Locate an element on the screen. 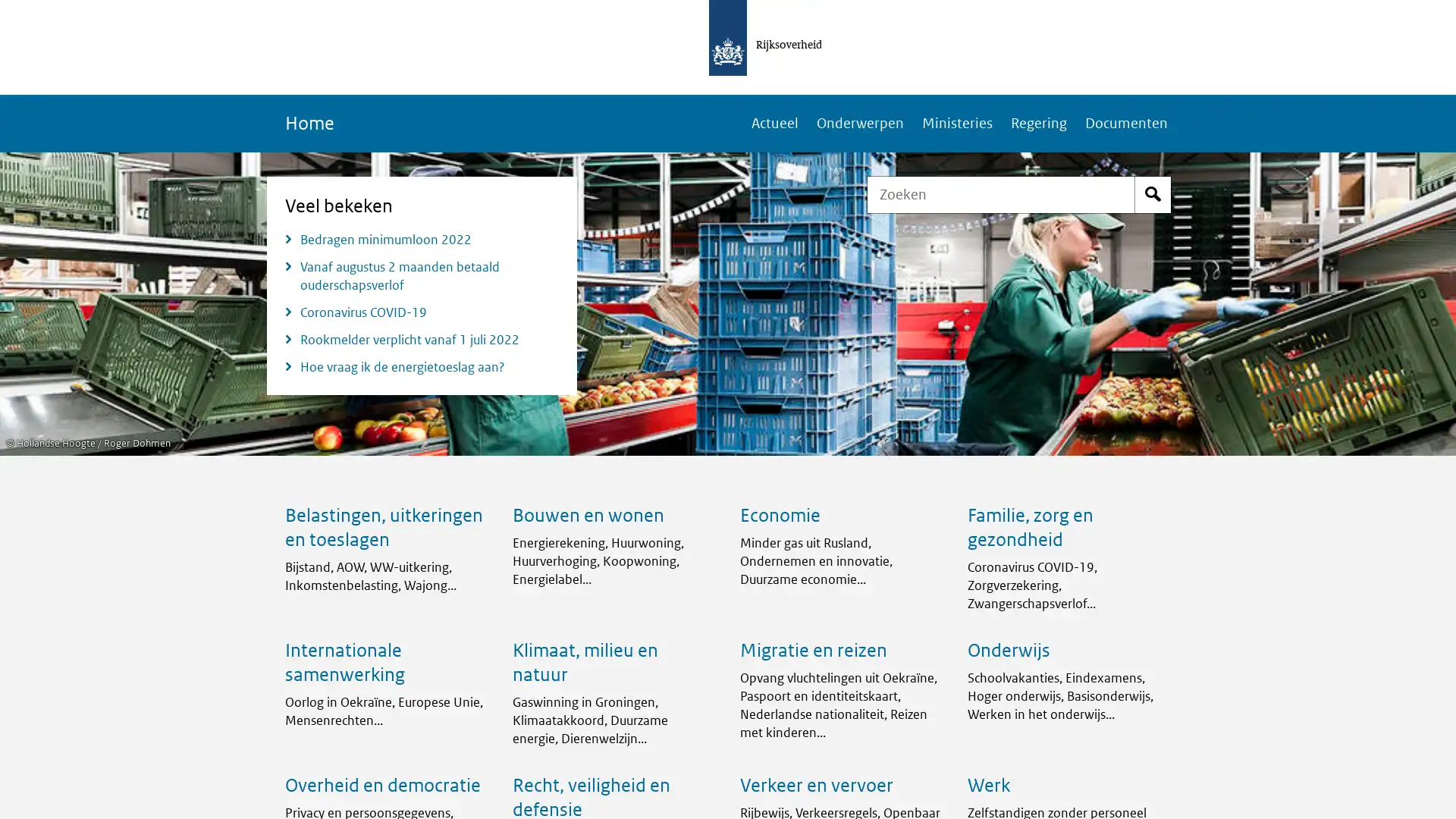 This screenshot has width=1456, height=819. Start zoeken is located at coordinates (1153, 194).